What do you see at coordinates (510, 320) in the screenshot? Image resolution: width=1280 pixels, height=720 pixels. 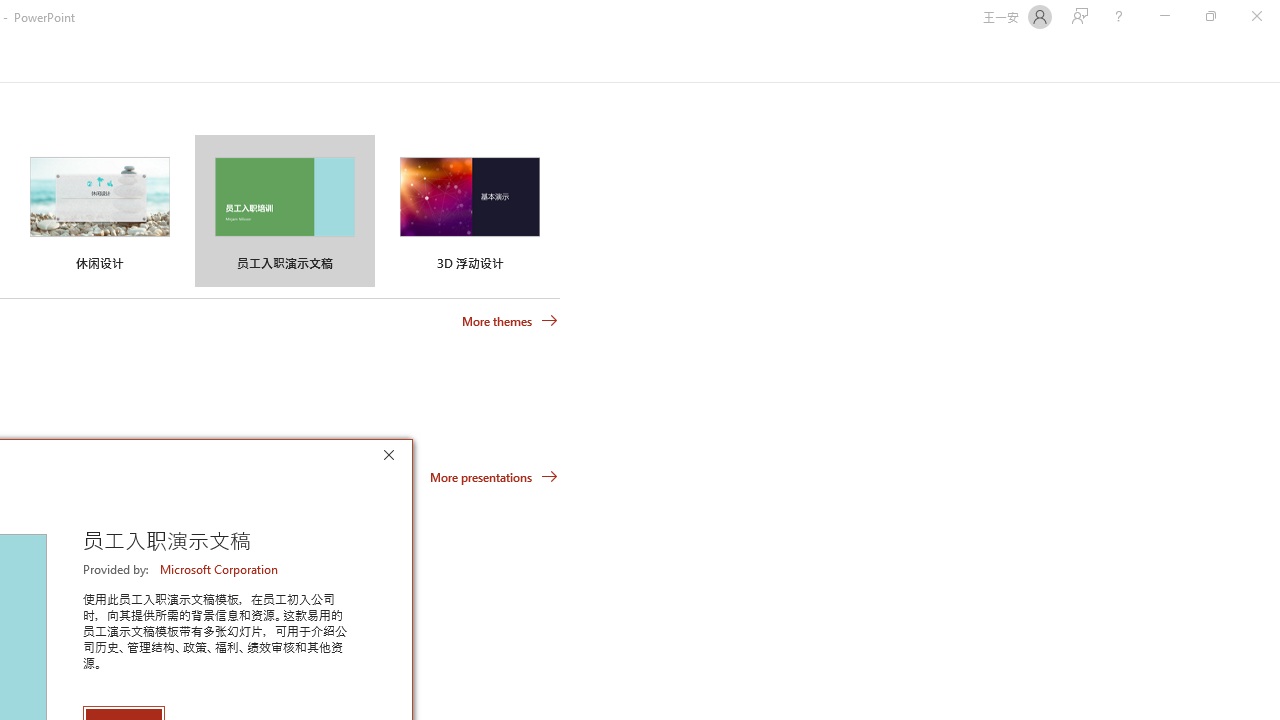 I see `'More themes'` at bounding box center [510, 320].